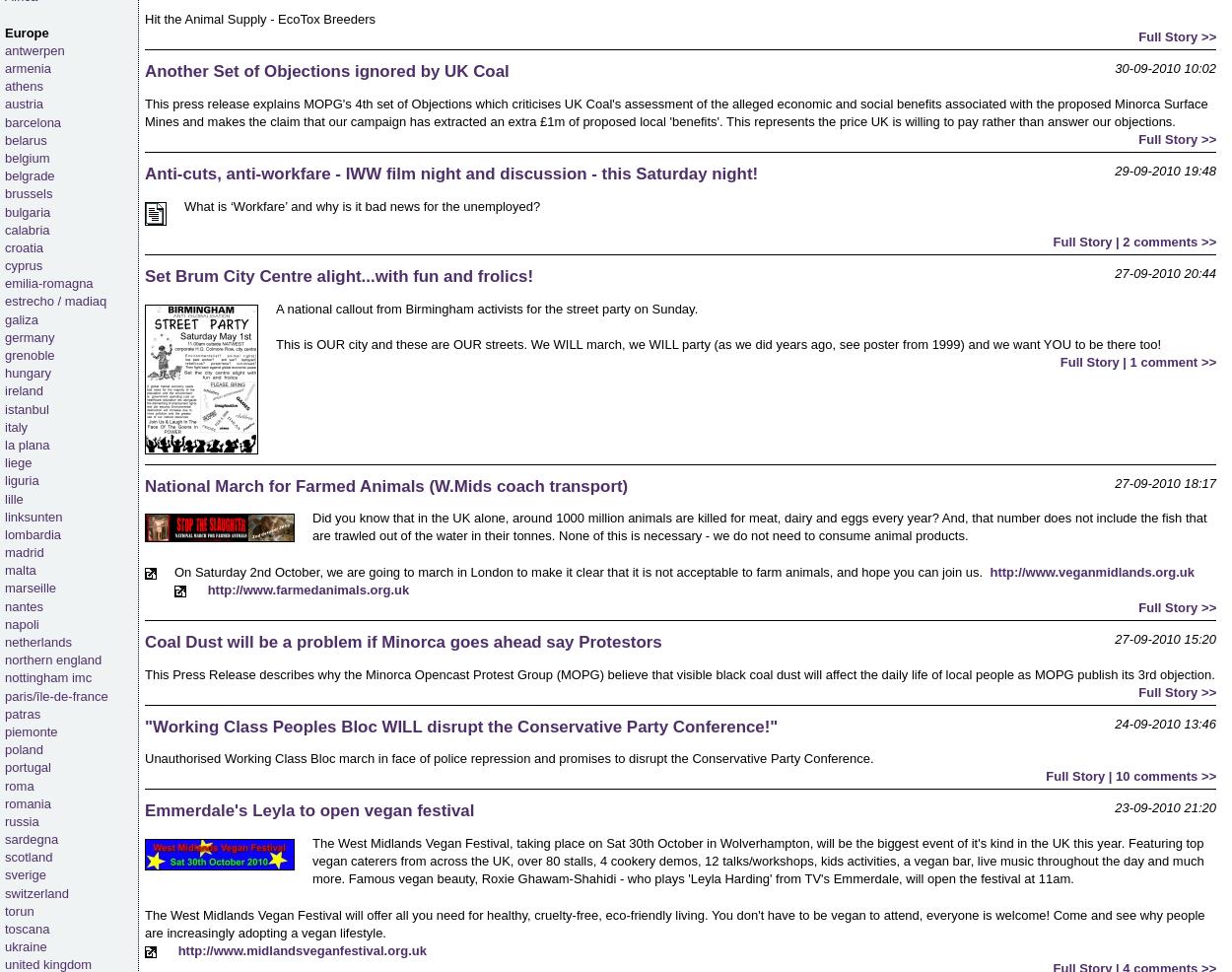 The width and height of the screenshot is (1232, 972). I want to click on 'ireland', so click(24, 389).